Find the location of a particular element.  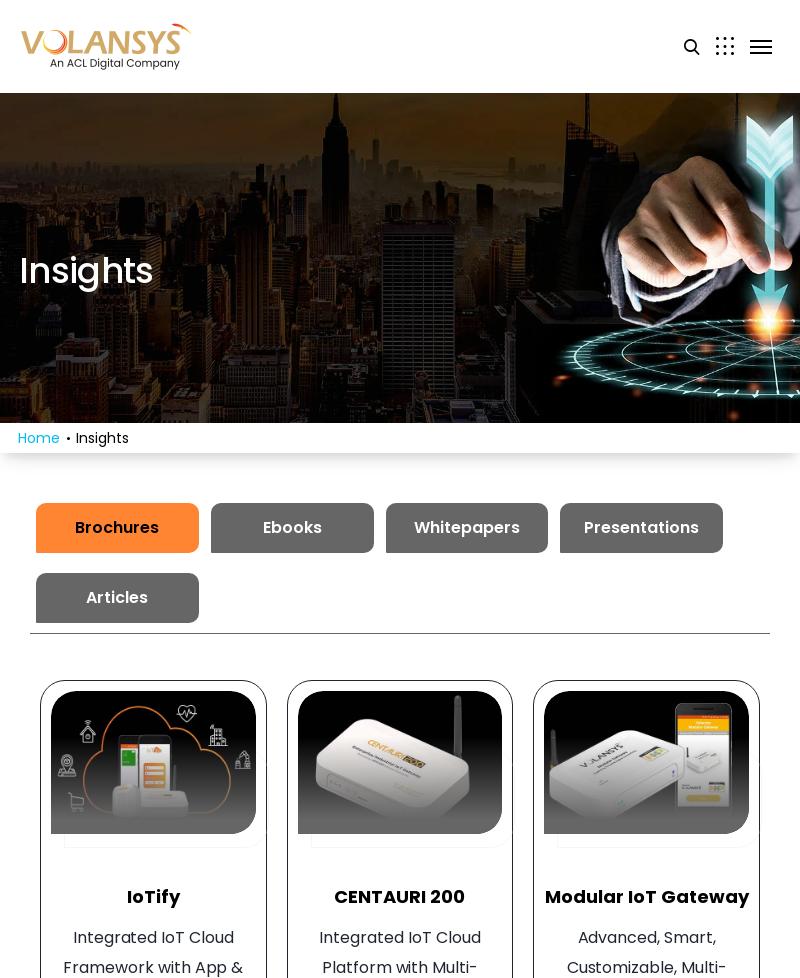

'Home' is located at coordinates (38, 437).